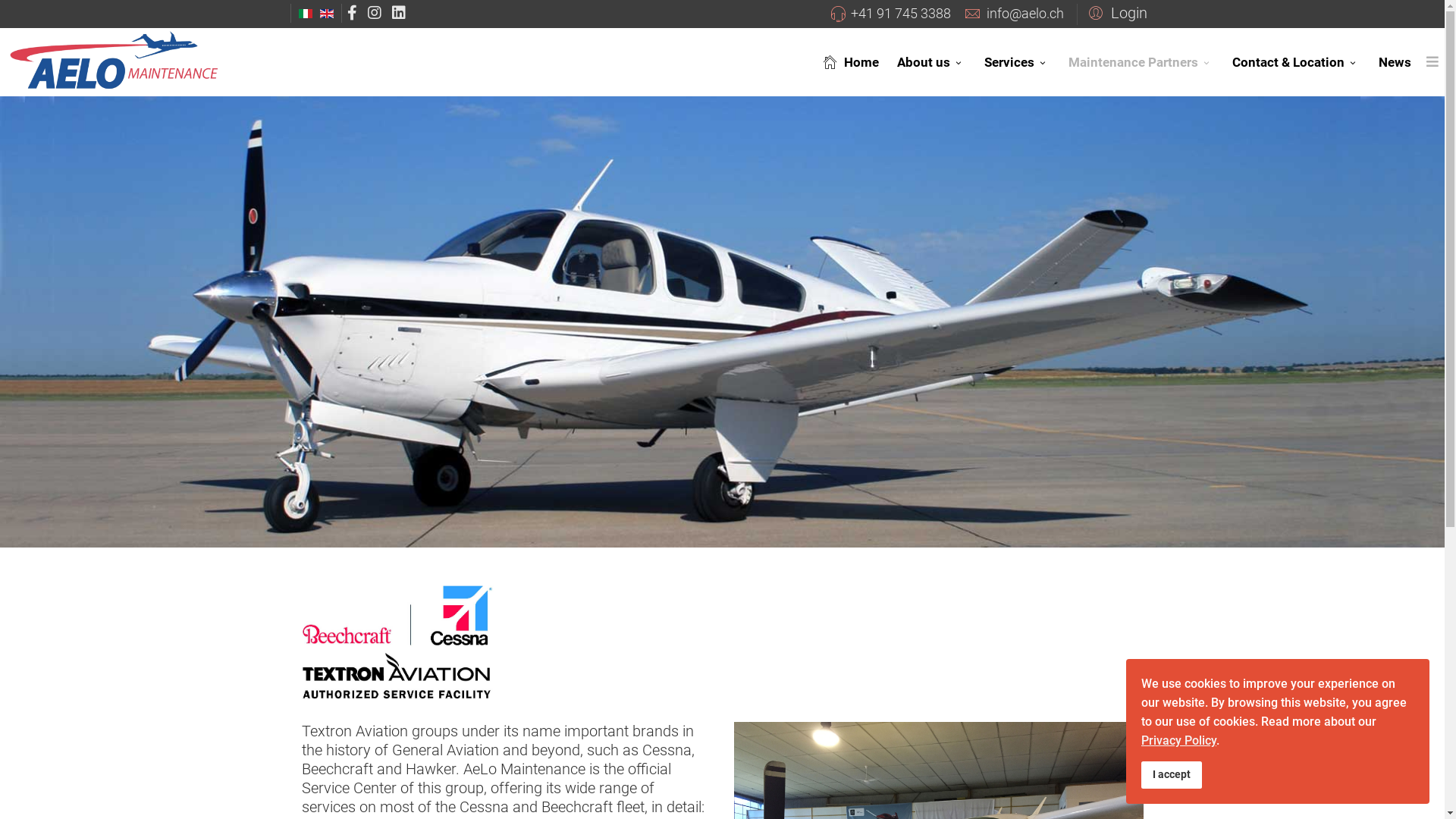 The width and height of the screenshot is (1456, 819). Describe the element at coordinates (1141, 775) in the screenshot. I see `'I accept'` at that location.